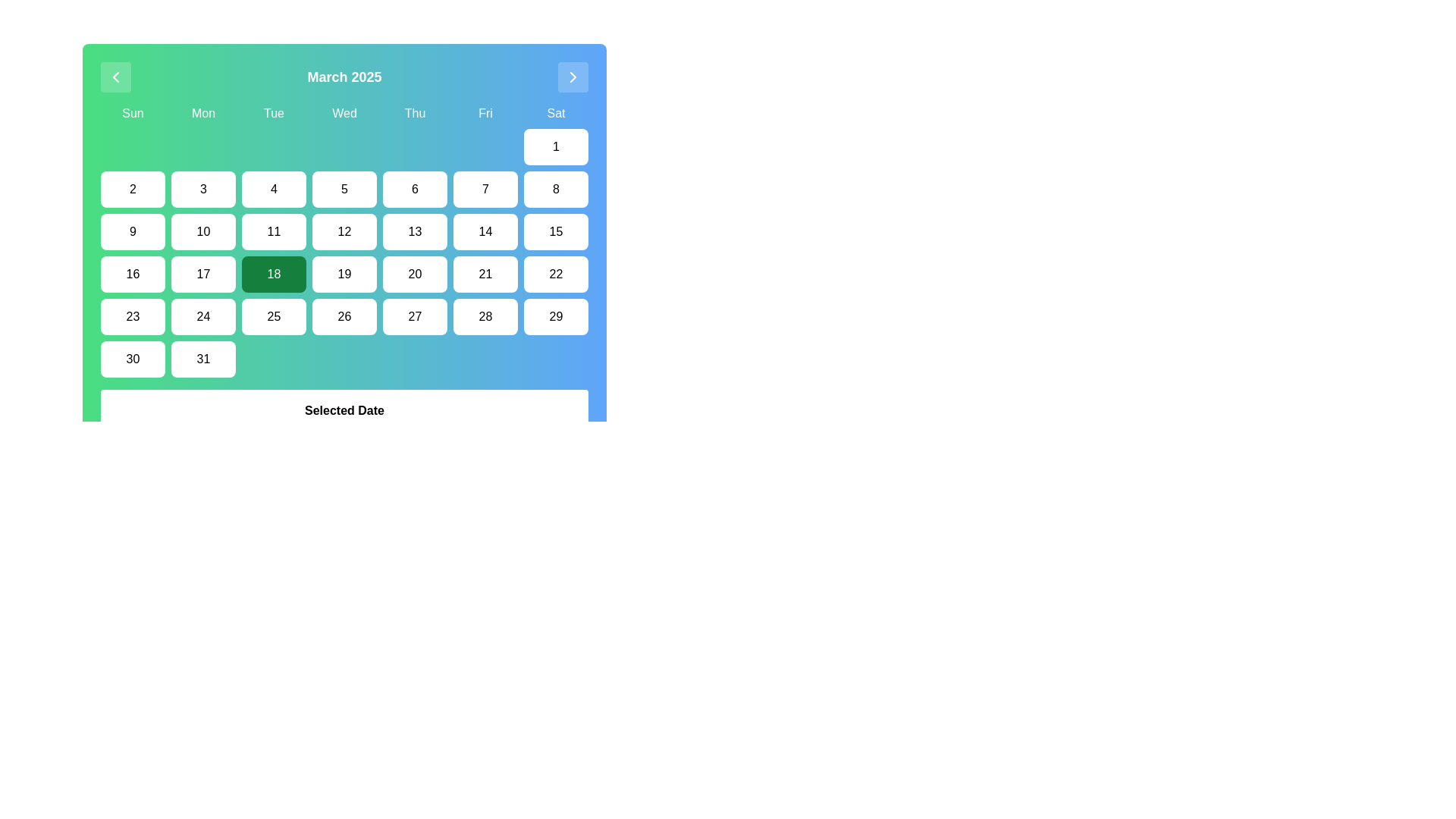 This screenshot has height=819, width=1456. What do you see at coordinates (274, 189) in the screenshot?
I see `the button representing the selectable date in the calendar for Tuesday, March 2025` at bounding box center [274, 189].